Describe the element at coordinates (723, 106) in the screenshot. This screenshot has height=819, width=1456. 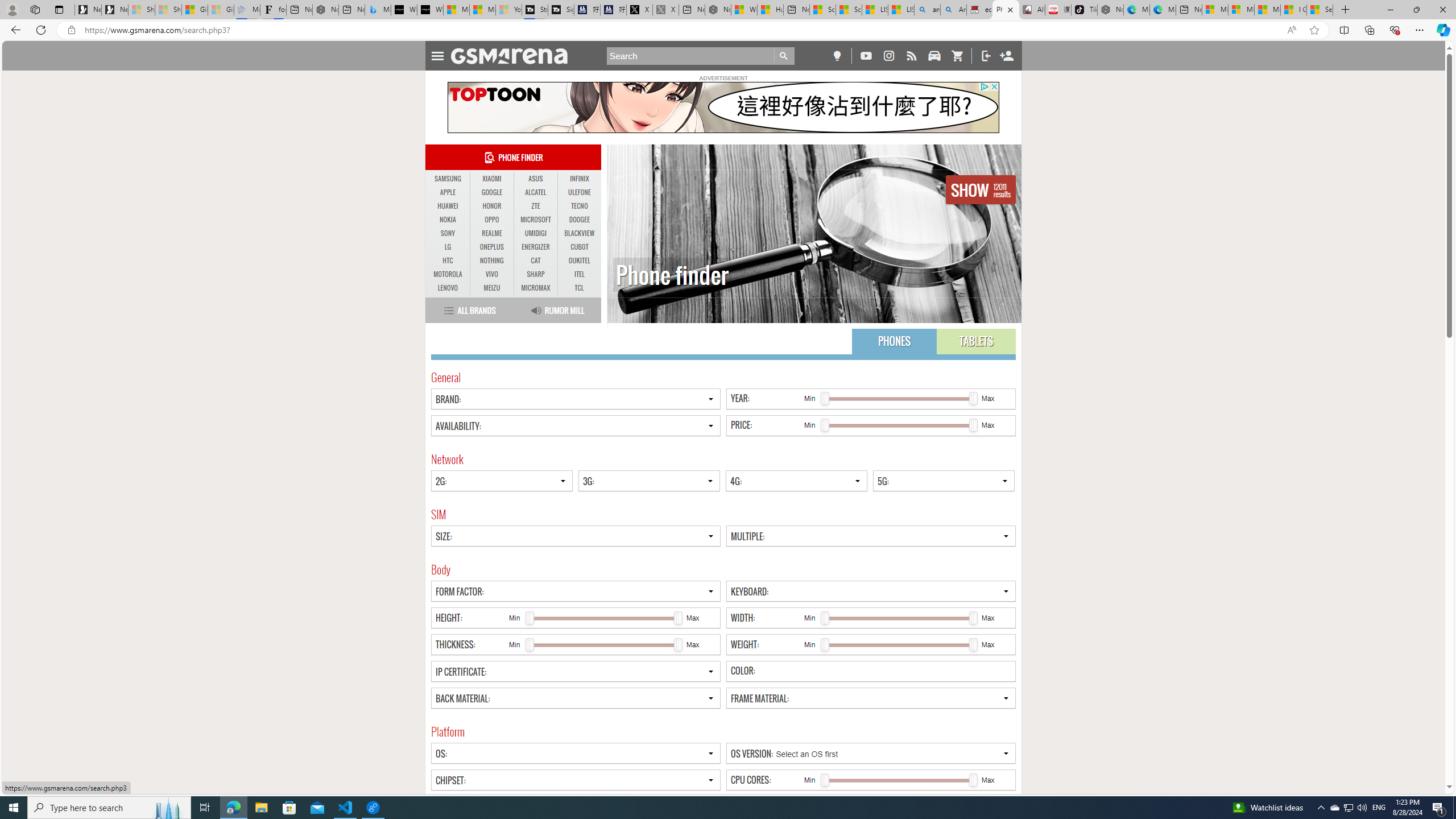
I see `'To get missing image descriptions, open the context menu.'` at that location.